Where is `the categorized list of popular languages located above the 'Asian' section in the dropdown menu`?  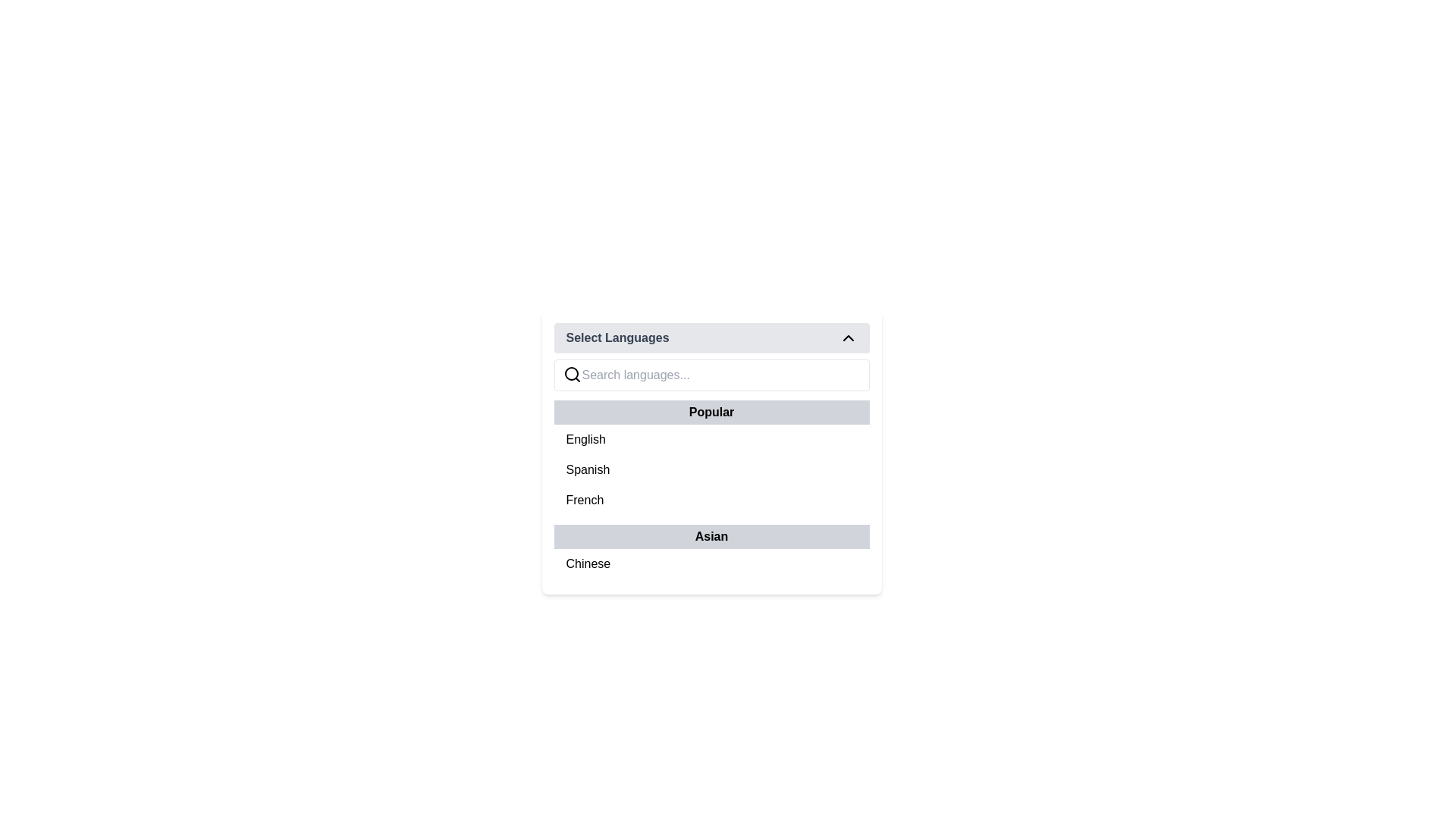 the categorized list of popular languages located above the 'Asian' section in the dropdown menu is located at coordinates (711, 457).